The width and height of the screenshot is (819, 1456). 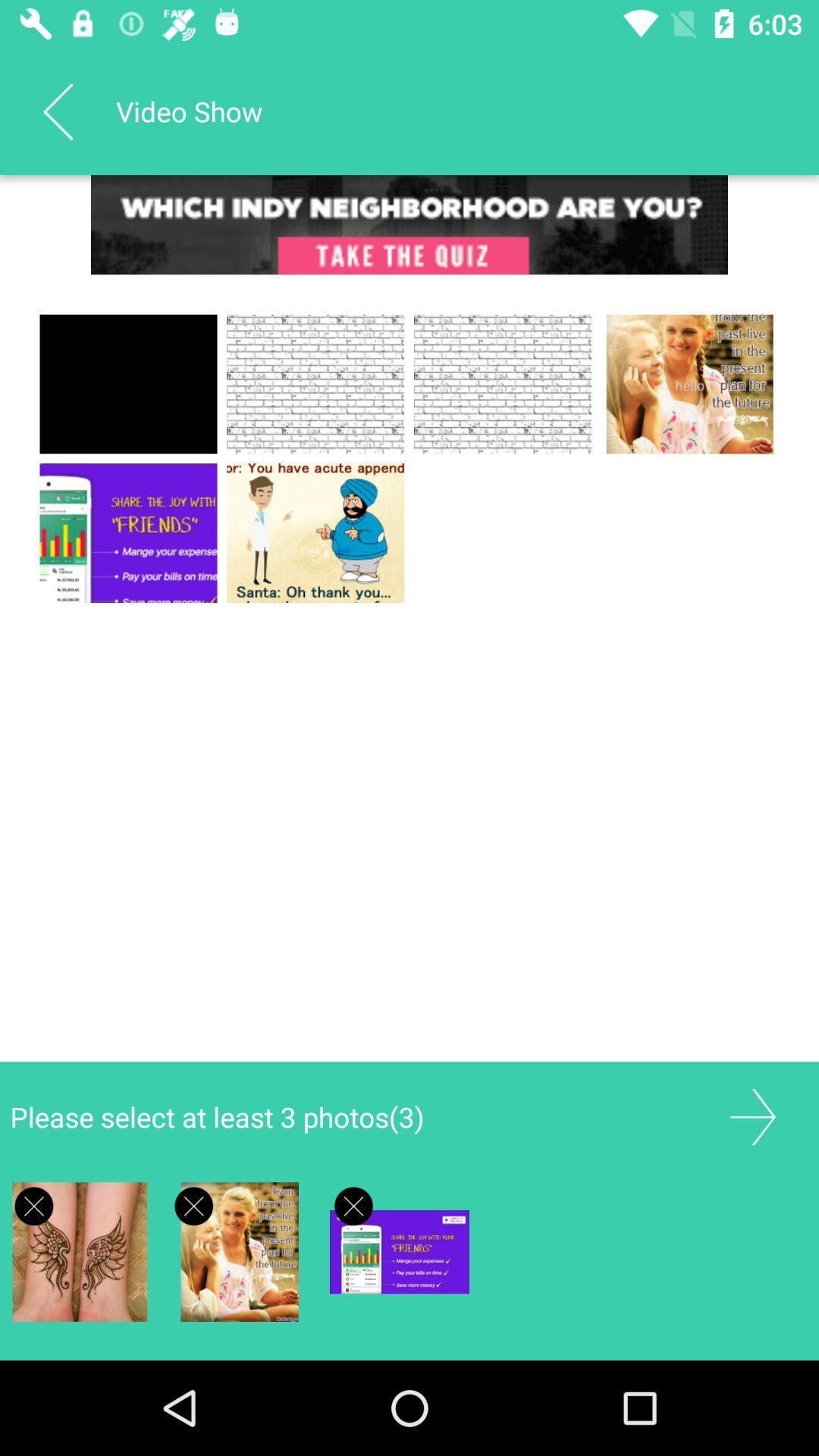 What do you see at coordinates (353, 1205) in the screenshot?
I see `window` at bounding box center [353, 1205].